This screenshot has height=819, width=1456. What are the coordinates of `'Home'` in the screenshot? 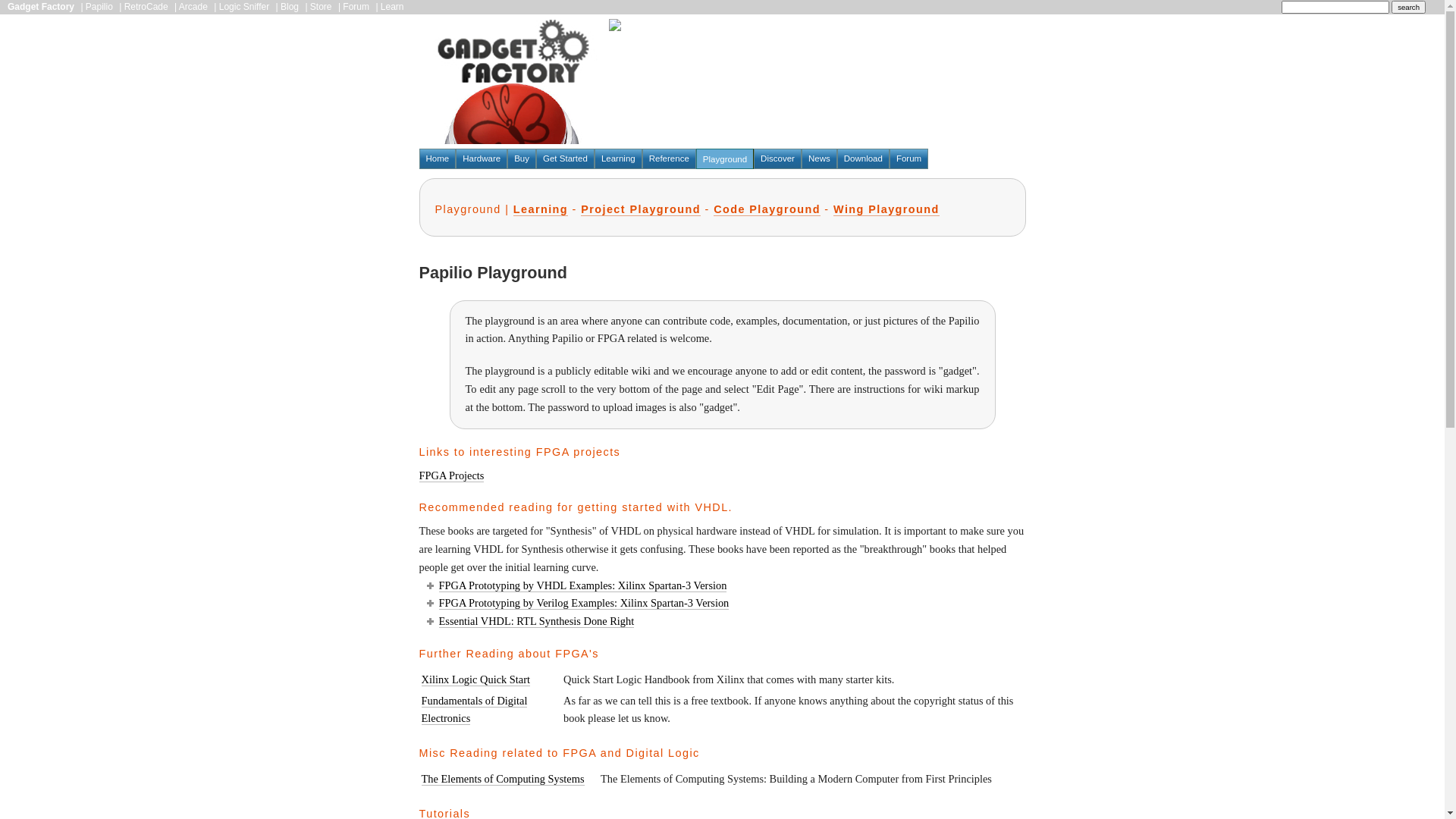 It's located at (436, 158).